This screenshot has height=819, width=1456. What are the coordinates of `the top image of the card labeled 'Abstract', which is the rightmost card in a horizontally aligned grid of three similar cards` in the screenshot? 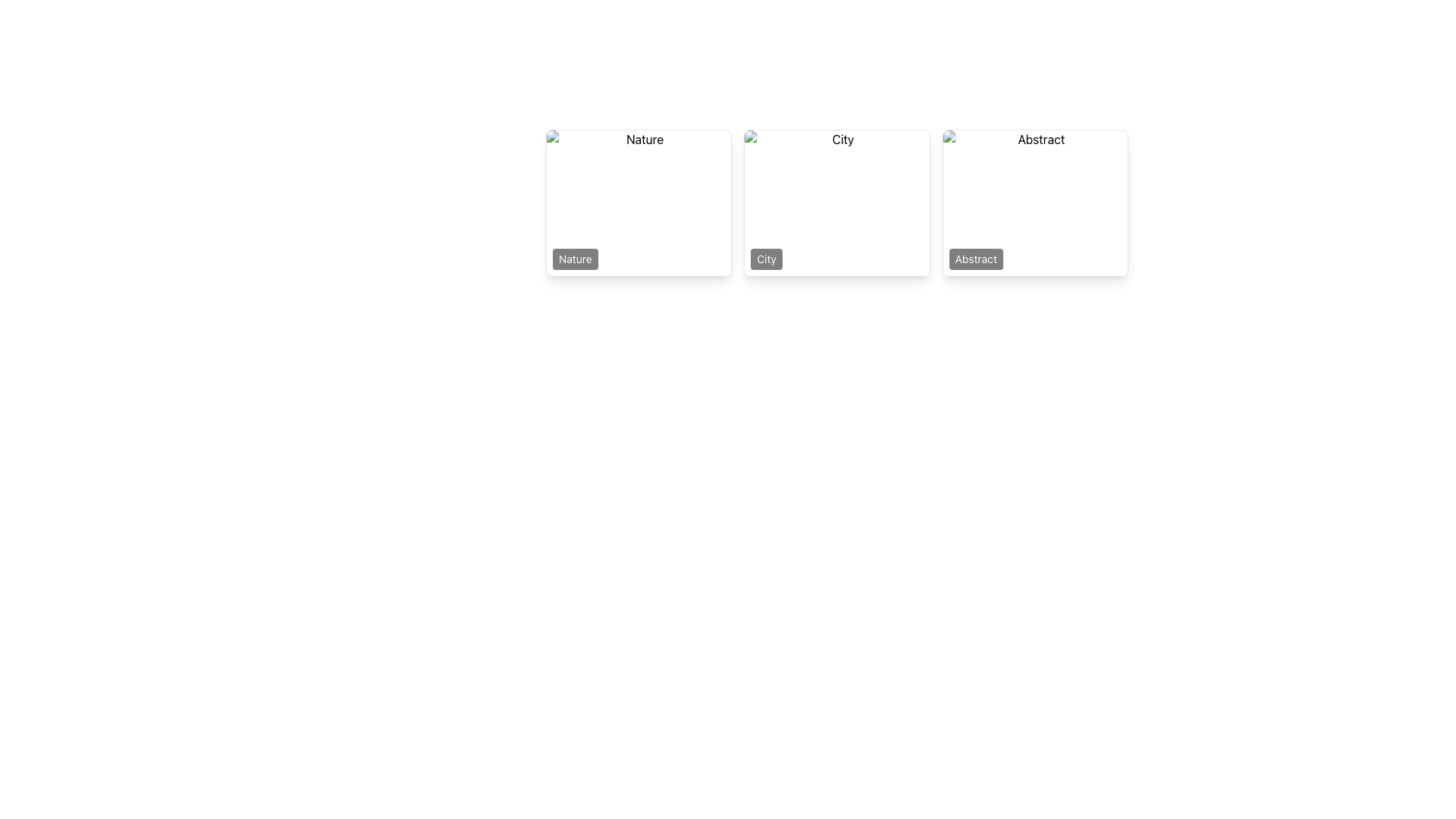 It's located at (1034, 202).